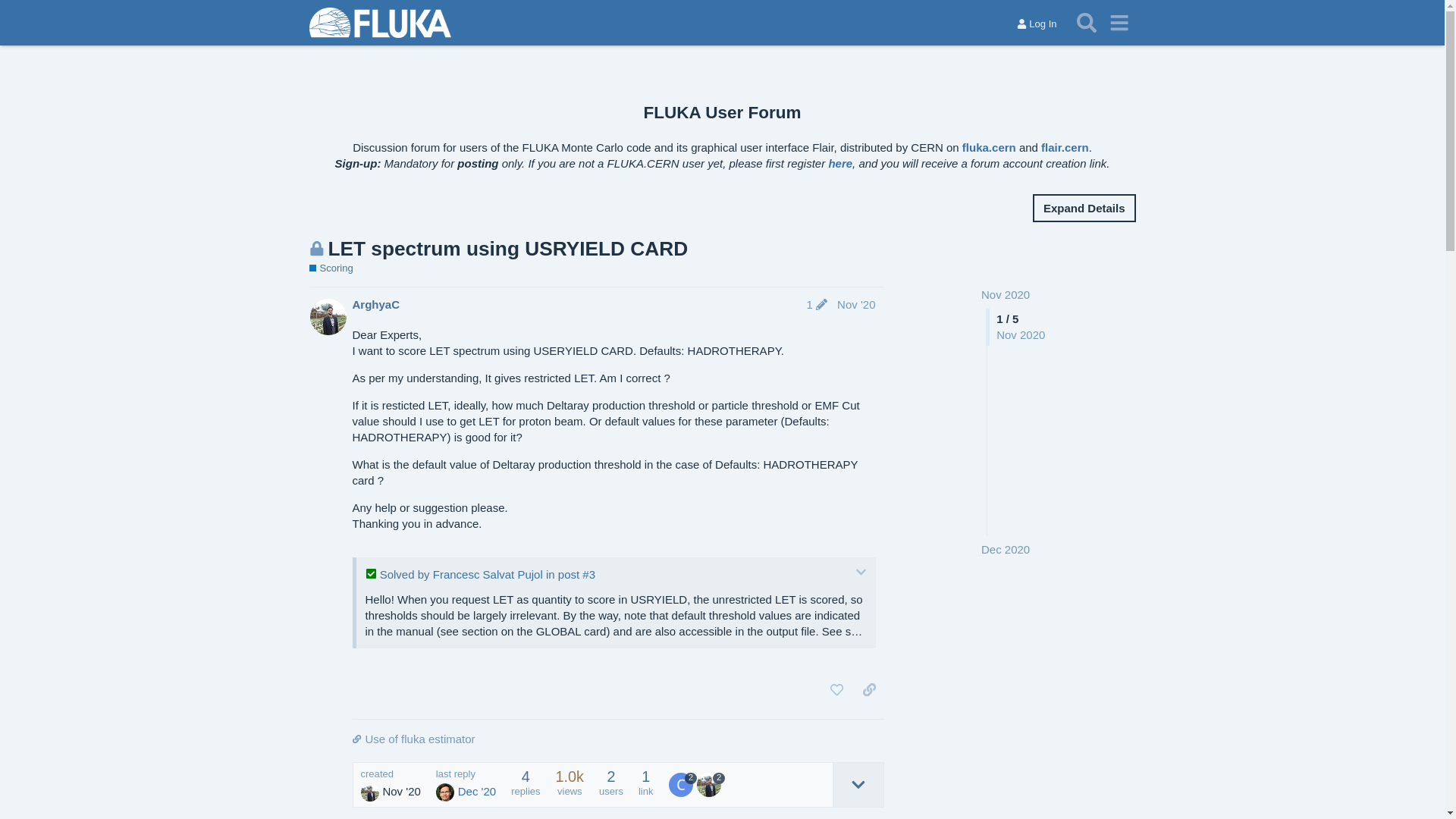  What do you see at coordinates (1008, 24) in the screenshot?
I see `'Log In'` at bounding box center [1008, 24].